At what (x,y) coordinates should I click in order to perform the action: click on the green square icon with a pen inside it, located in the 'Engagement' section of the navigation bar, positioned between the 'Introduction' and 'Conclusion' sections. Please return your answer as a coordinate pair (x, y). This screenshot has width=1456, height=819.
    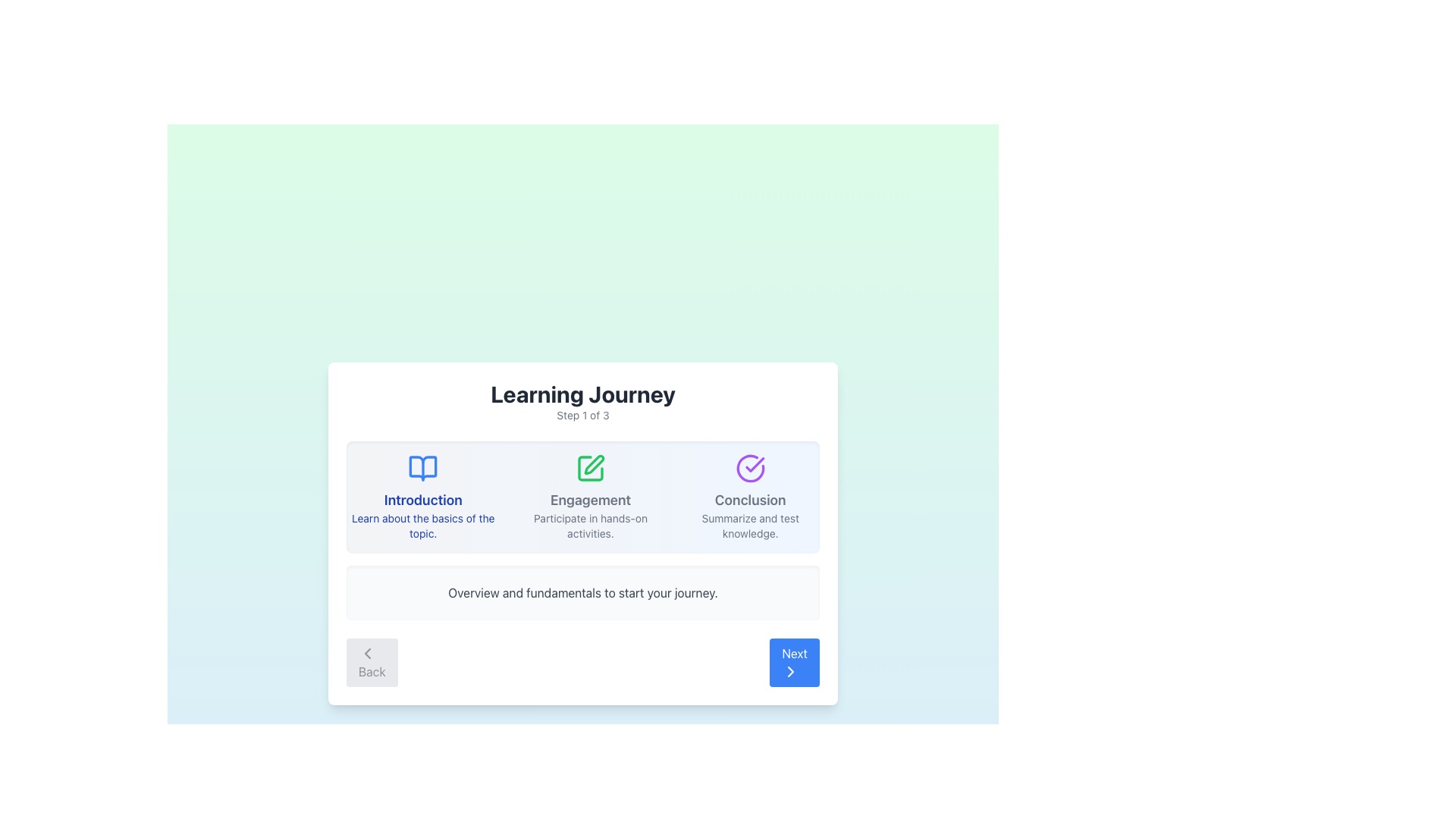
    Looking at the image, I should click on (589, 467).